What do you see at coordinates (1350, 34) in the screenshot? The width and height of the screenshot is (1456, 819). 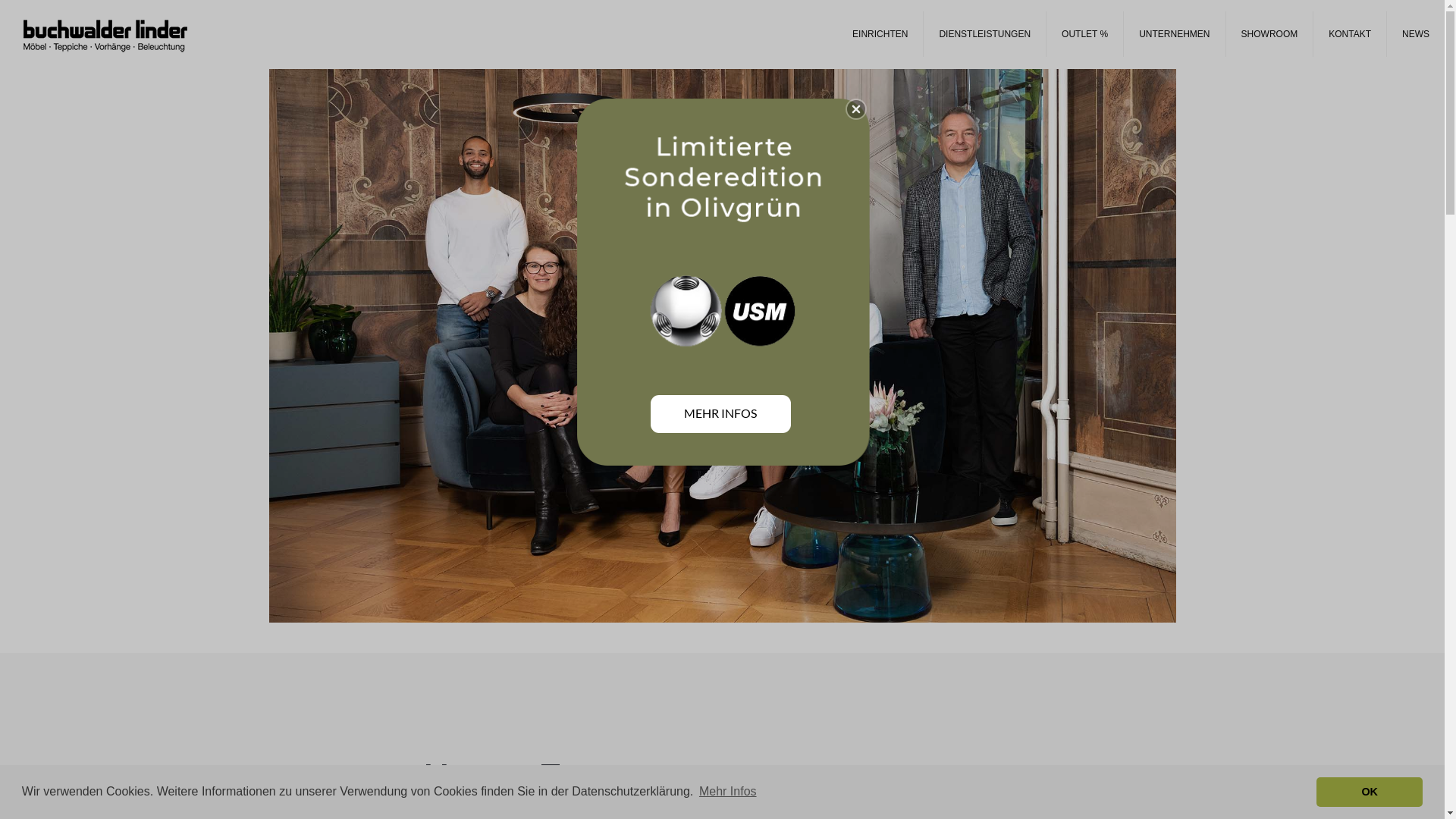 I see `'KONTAKT'` at bounding box center [1350, 34].